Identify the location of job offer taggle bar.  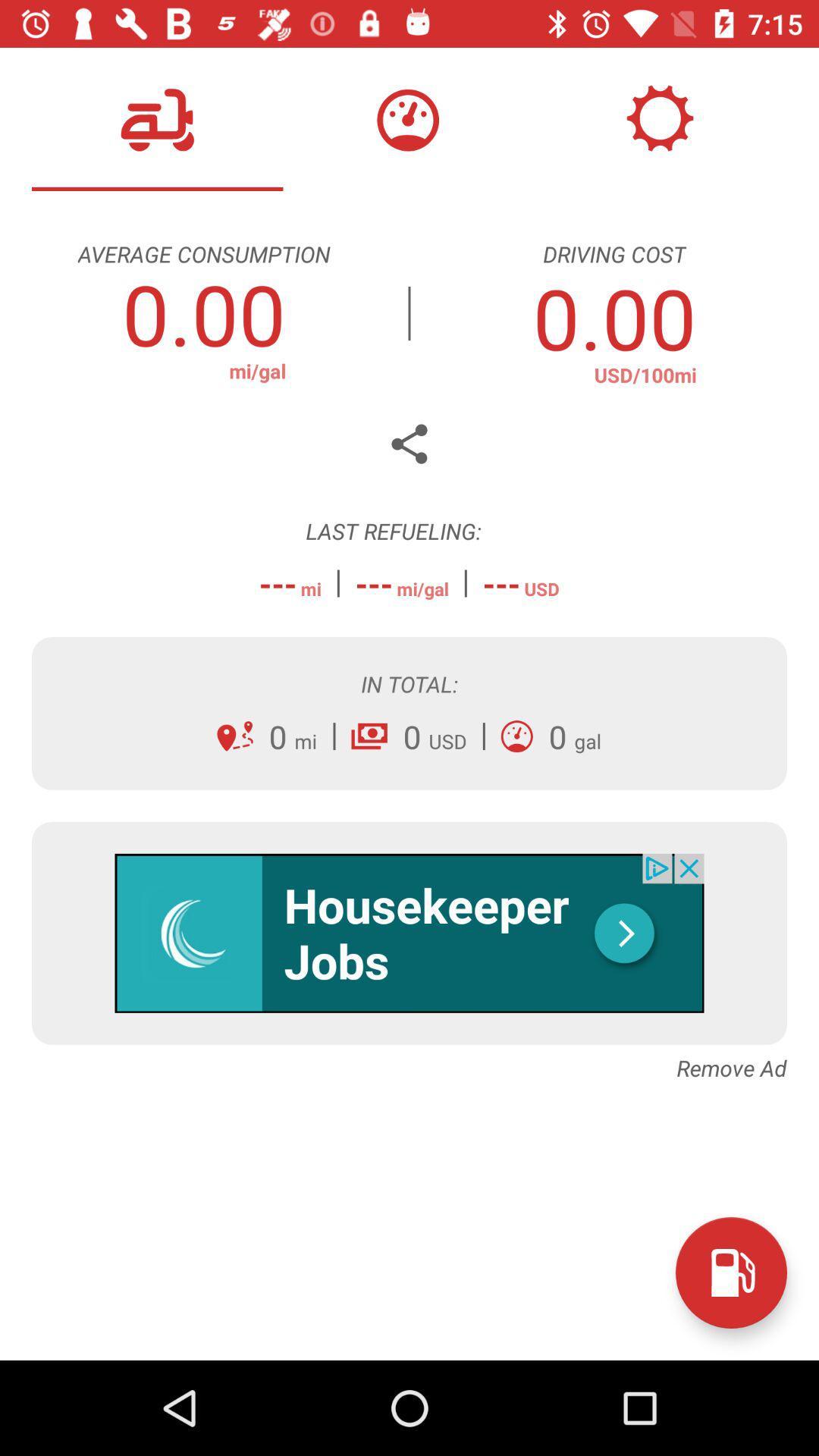
(409, 932).